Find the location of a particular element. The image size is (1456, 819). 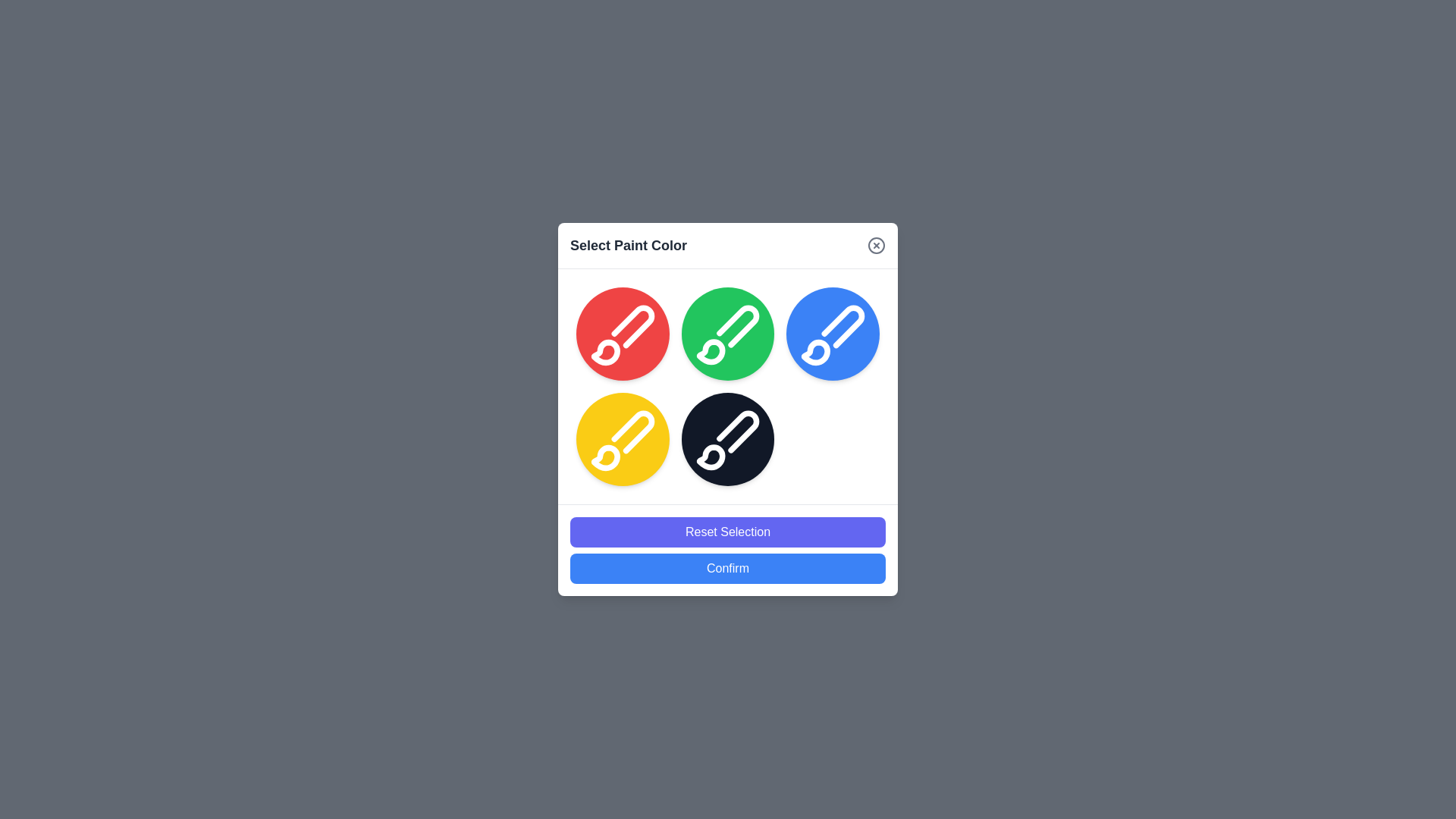

the 'X' close button to close the dialog is located at coordinates (877, 245).